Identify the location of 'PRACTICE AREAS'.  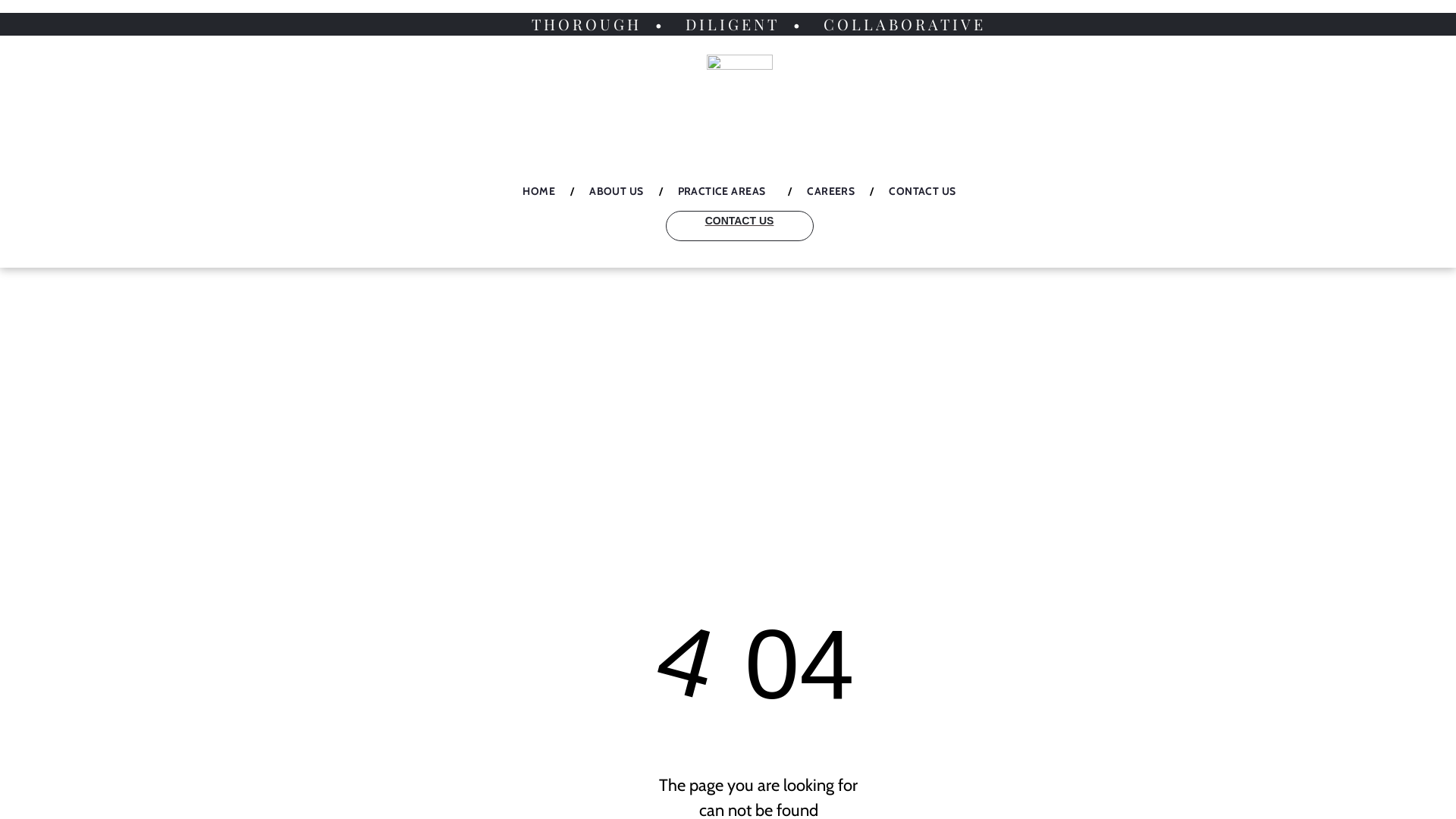
(724, 190).